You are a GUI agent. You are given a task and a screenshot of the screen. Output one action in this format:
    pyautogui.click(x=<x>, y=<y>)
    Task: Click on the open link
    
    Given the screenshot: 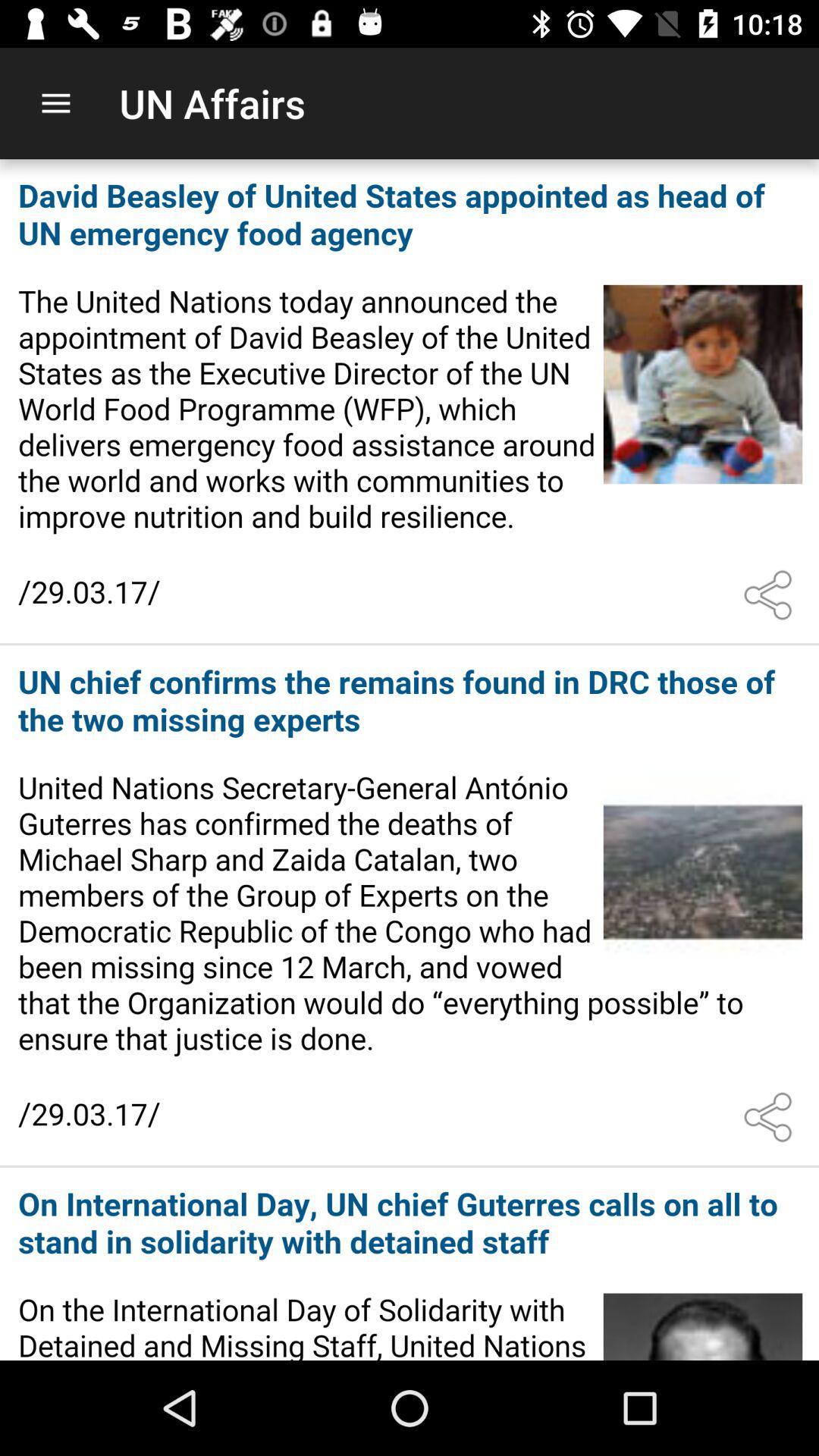 What is the action you would take?
    pyautogui.click(x=409, y=1265)
    